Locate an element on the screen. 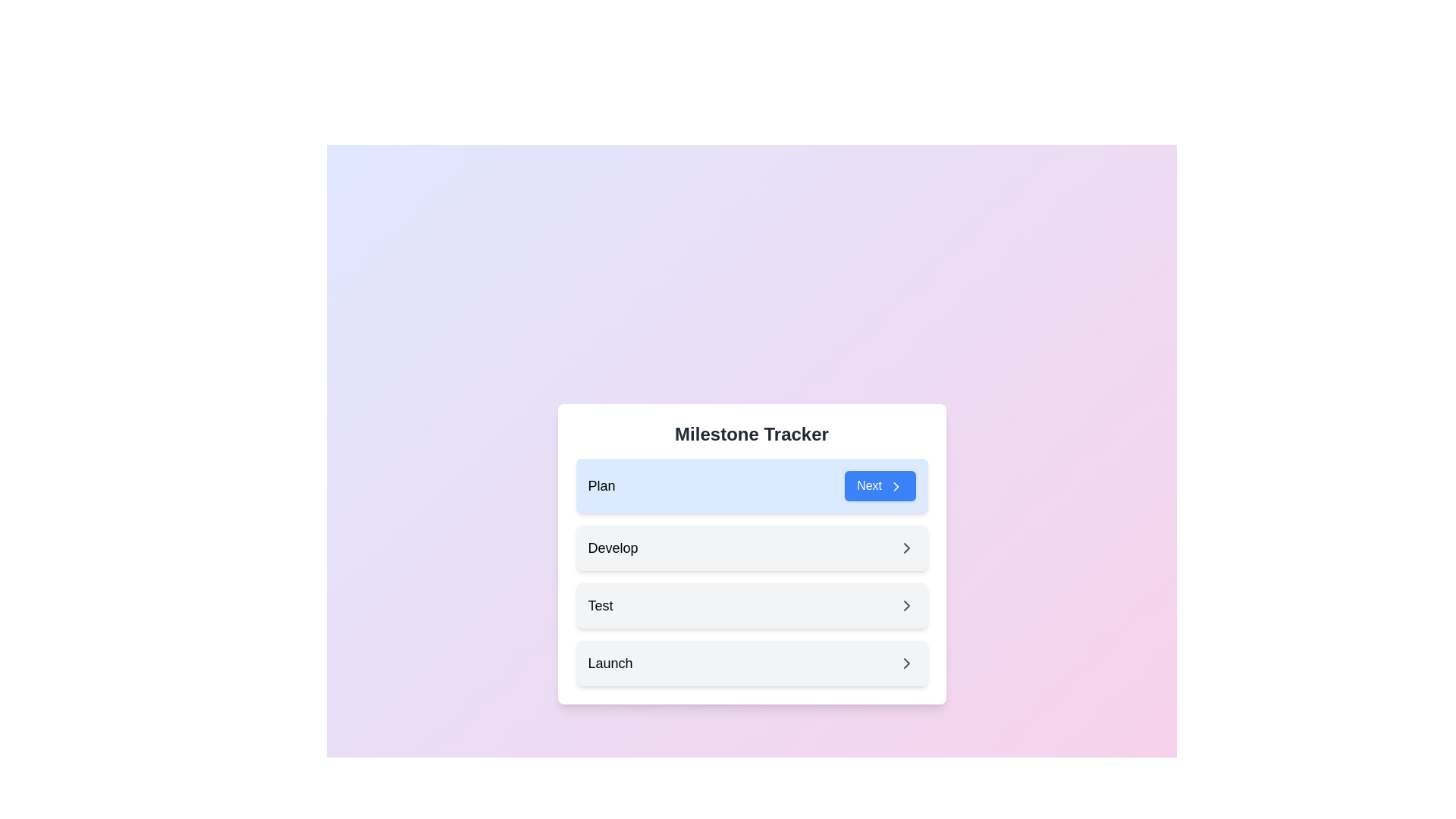  the icon within the last list item labeled 'Launch' in the 'Milestone Tracker' section is located at coordinates (906, 663).